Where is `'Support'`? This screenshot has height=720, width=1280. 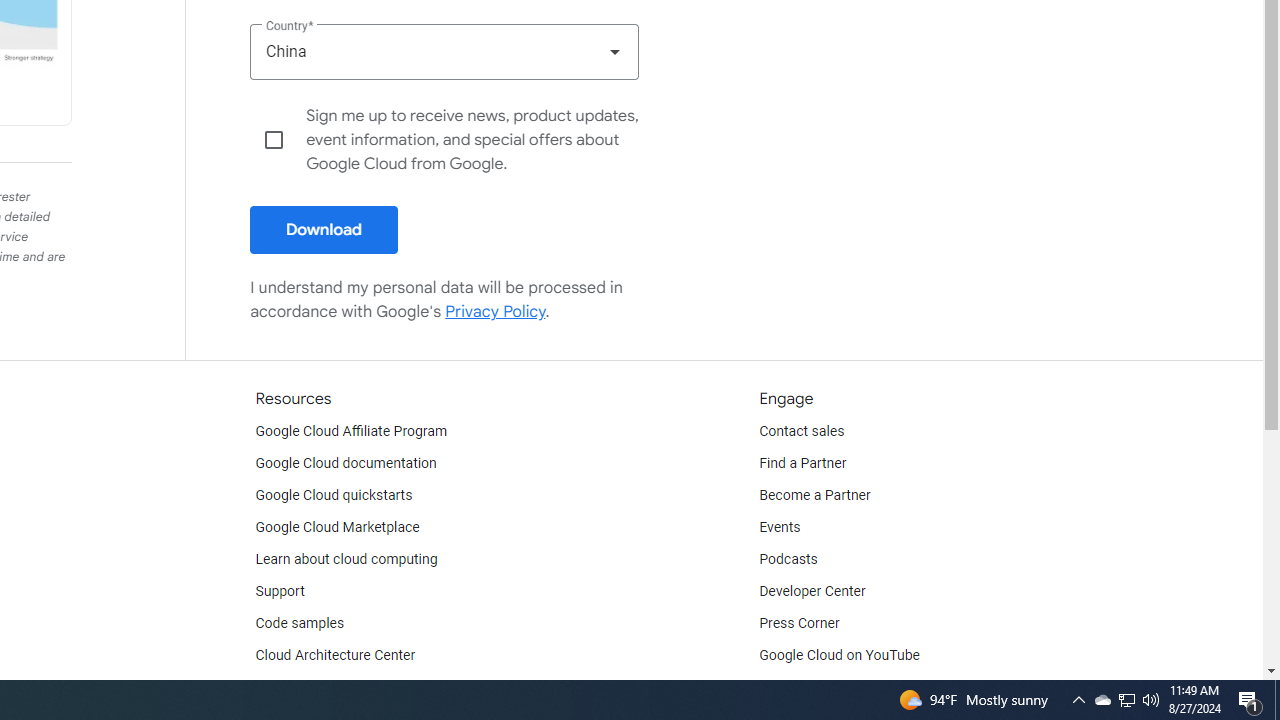
'Support' is located at coordinates (278, 590).